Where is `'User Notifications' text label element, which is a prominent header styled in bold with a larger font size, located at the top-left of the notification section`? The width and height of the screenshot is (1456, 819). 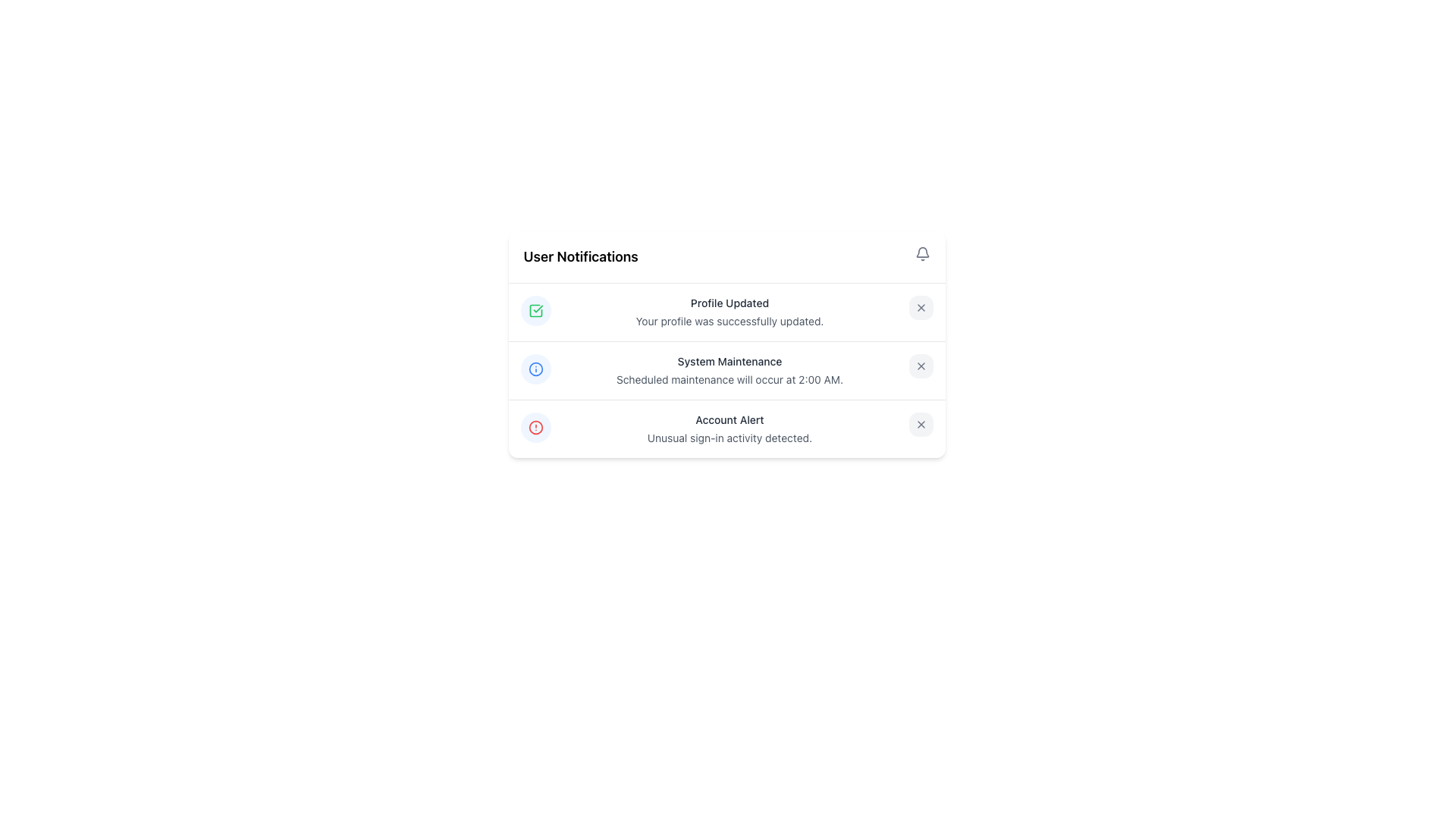 'User Notifications' text label element, which is a prominent header styled in bold with a larger font size, located at the top-left of the notification section is located at coordinates (580, 256).